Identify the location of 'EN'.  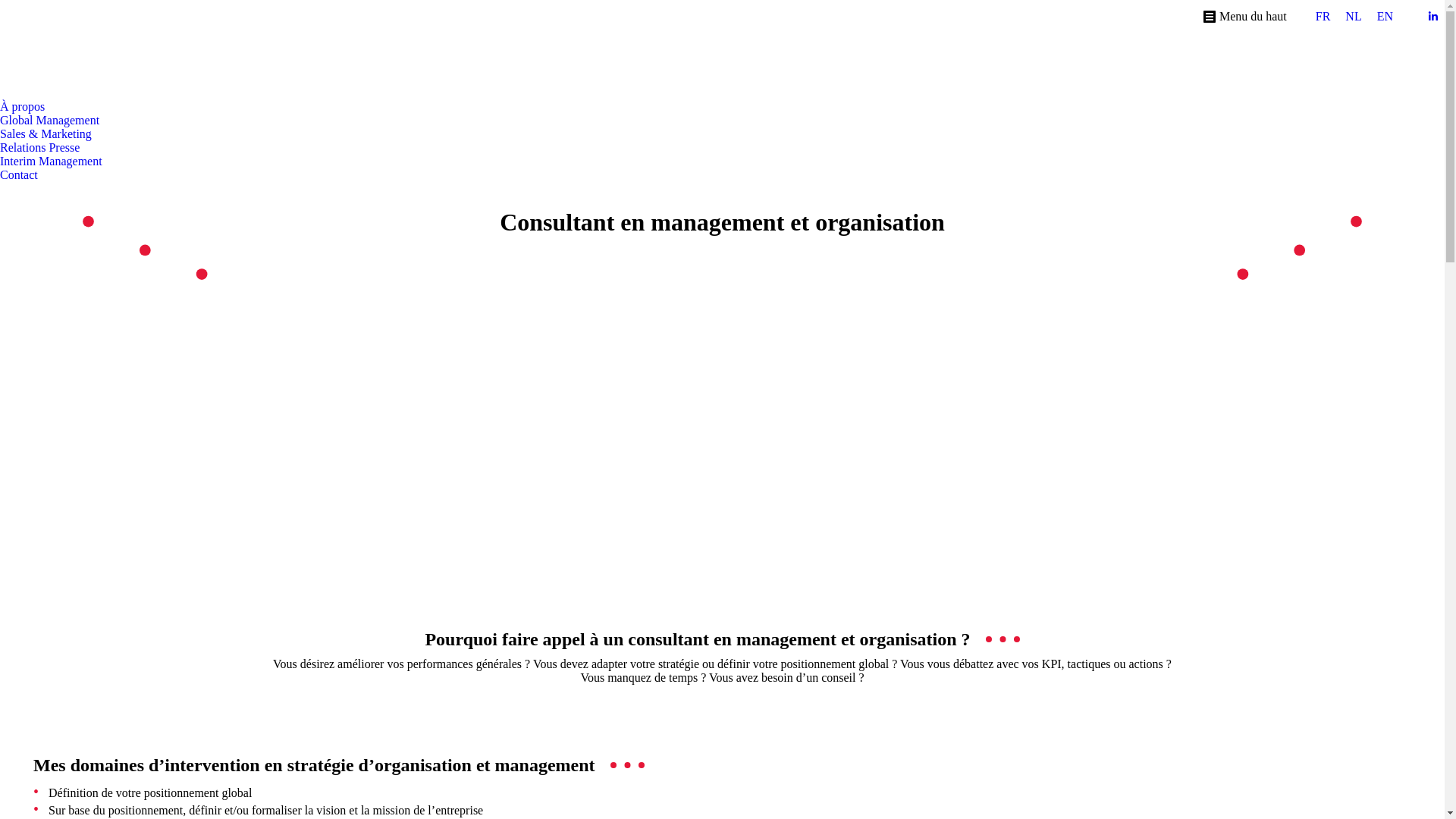
(1385, 17).